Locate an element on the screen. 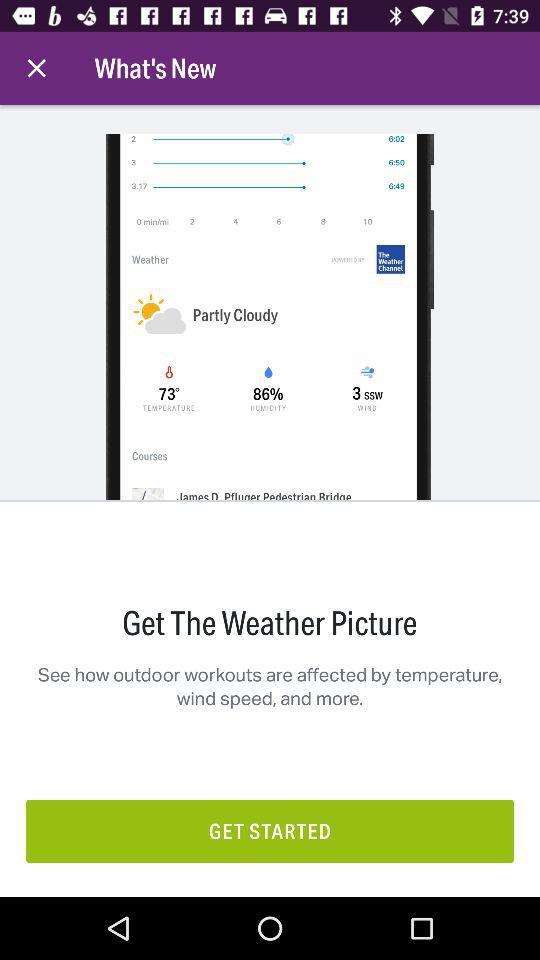 The width and height of the screenshot is (540, 960). the item next to the what's new is located at coordinates (36, 68).